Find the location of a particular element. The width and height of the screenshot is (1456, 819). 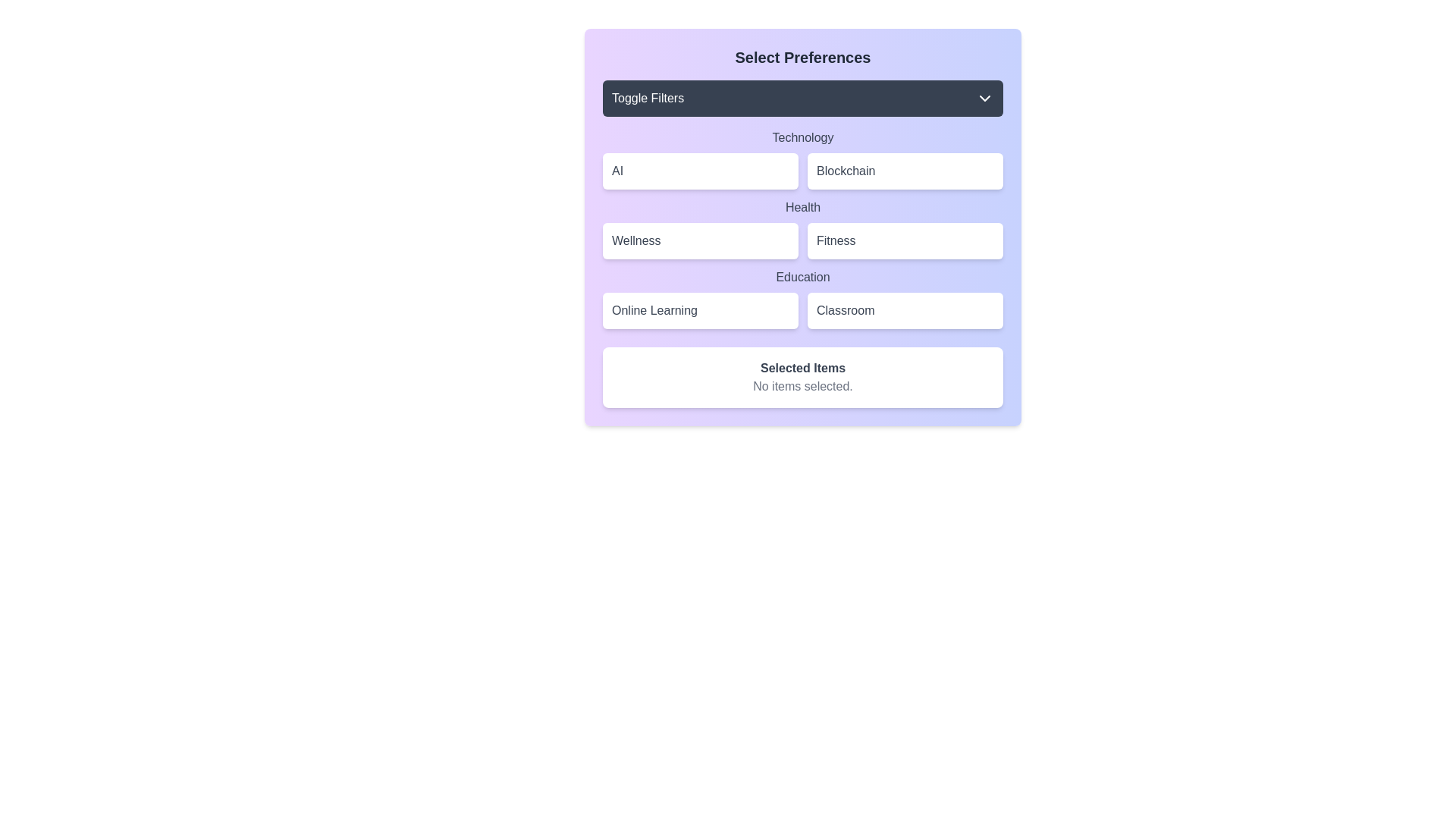

the text label displaying 'No items selected.' which is located directly below the title 'Selected Items.' is located at coordinates (802, 385).